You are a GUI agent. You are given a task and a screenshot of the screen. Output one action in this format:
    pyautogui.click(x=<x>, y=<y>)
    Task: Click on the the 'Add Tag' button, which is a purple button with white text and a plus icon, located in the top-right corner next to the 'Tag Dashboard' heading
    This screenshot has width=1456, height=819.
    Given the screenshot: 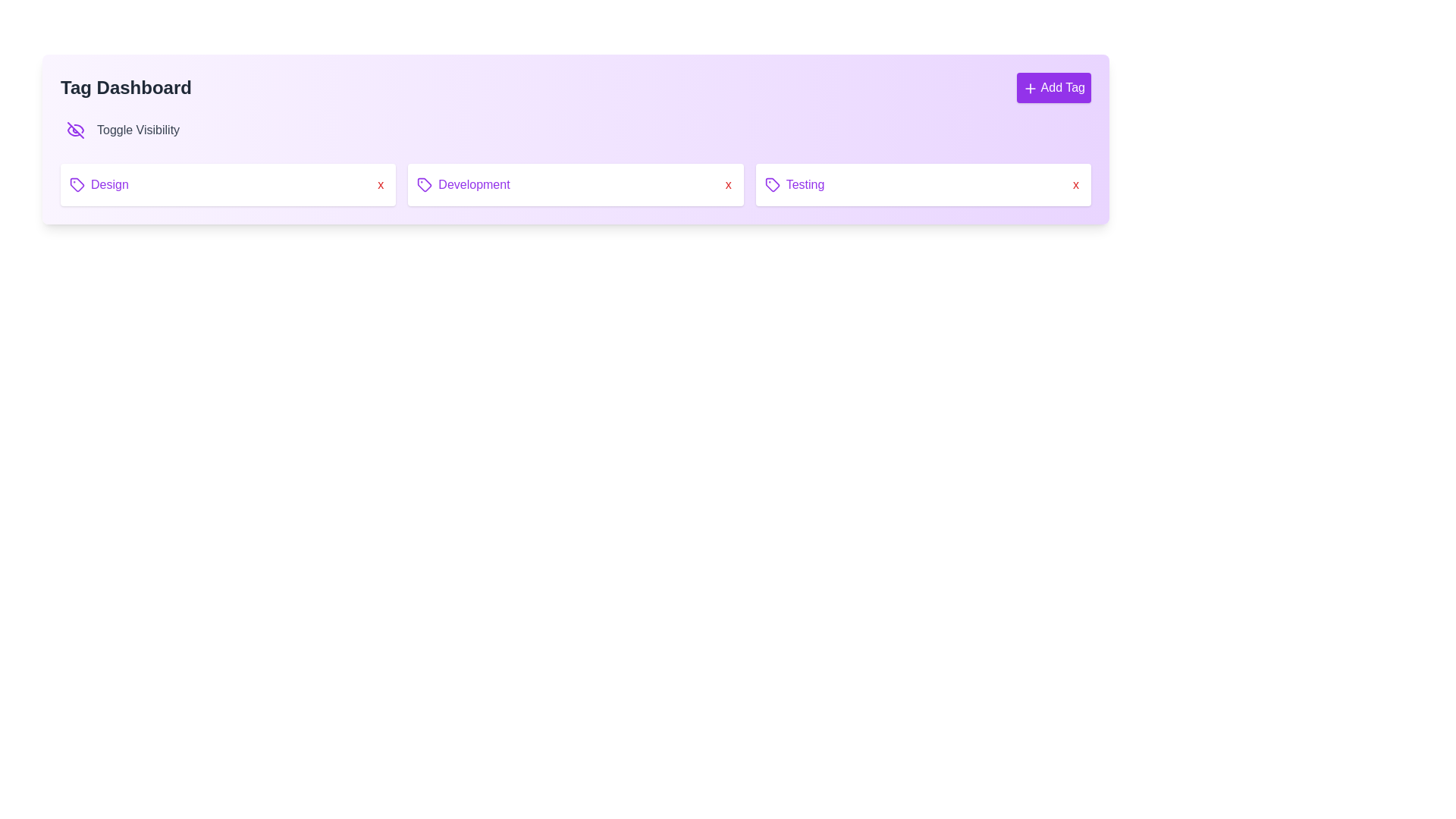 What is the action you would take?
    pyautogui.click(x=1053, y=87)
    